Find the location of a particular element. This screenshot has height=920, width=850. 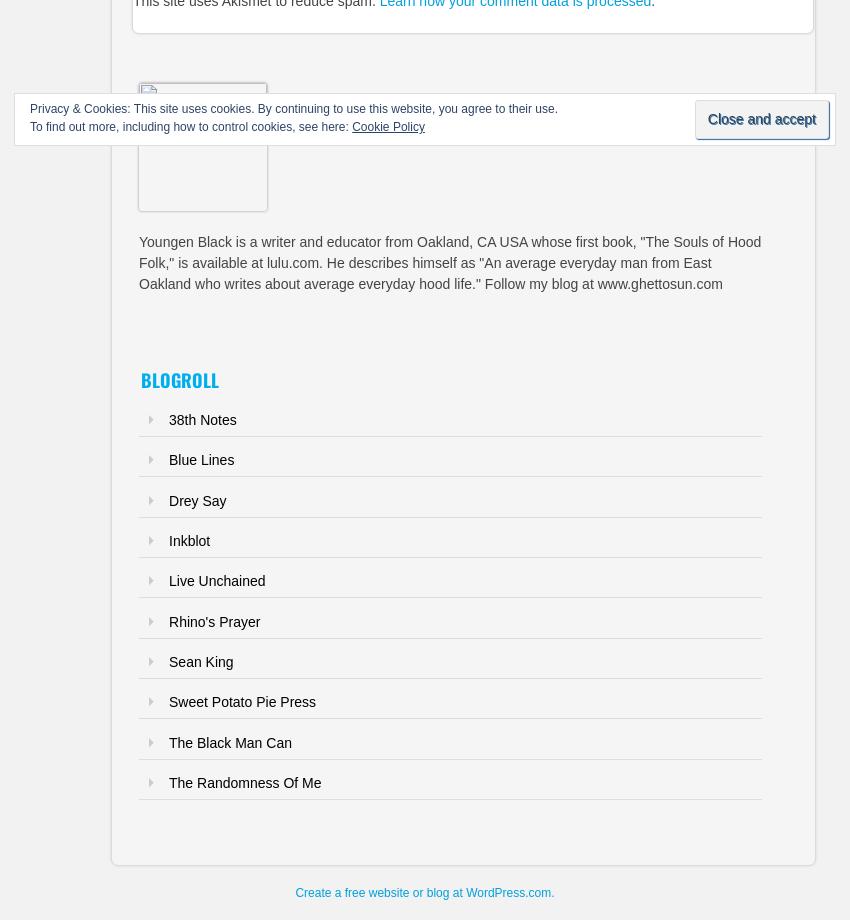

'Sean King' is located at coordinates (200, 661).